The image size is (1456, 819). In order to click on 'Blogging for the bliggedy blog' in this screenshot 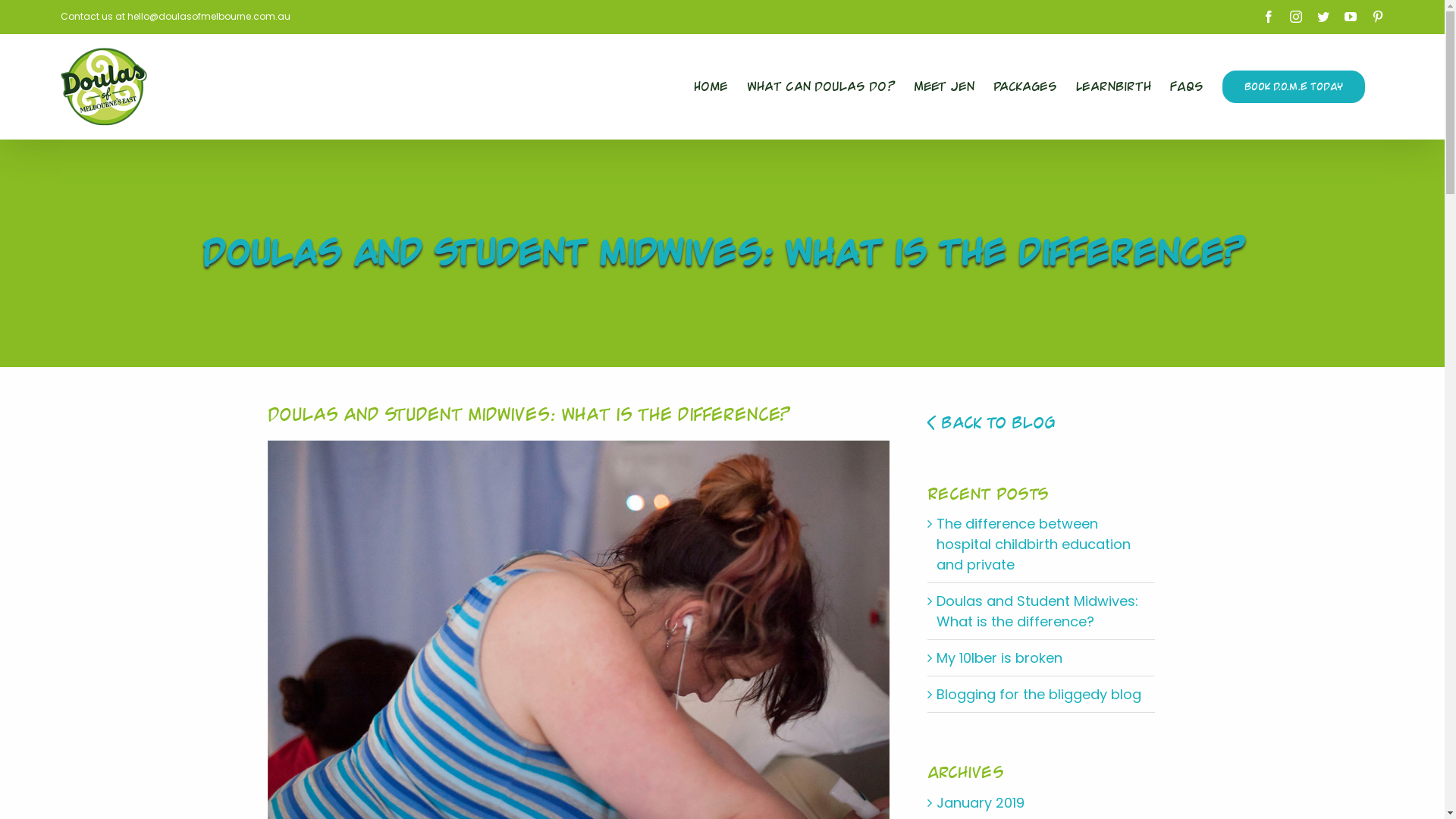, I will do `click(1037, 694)`.